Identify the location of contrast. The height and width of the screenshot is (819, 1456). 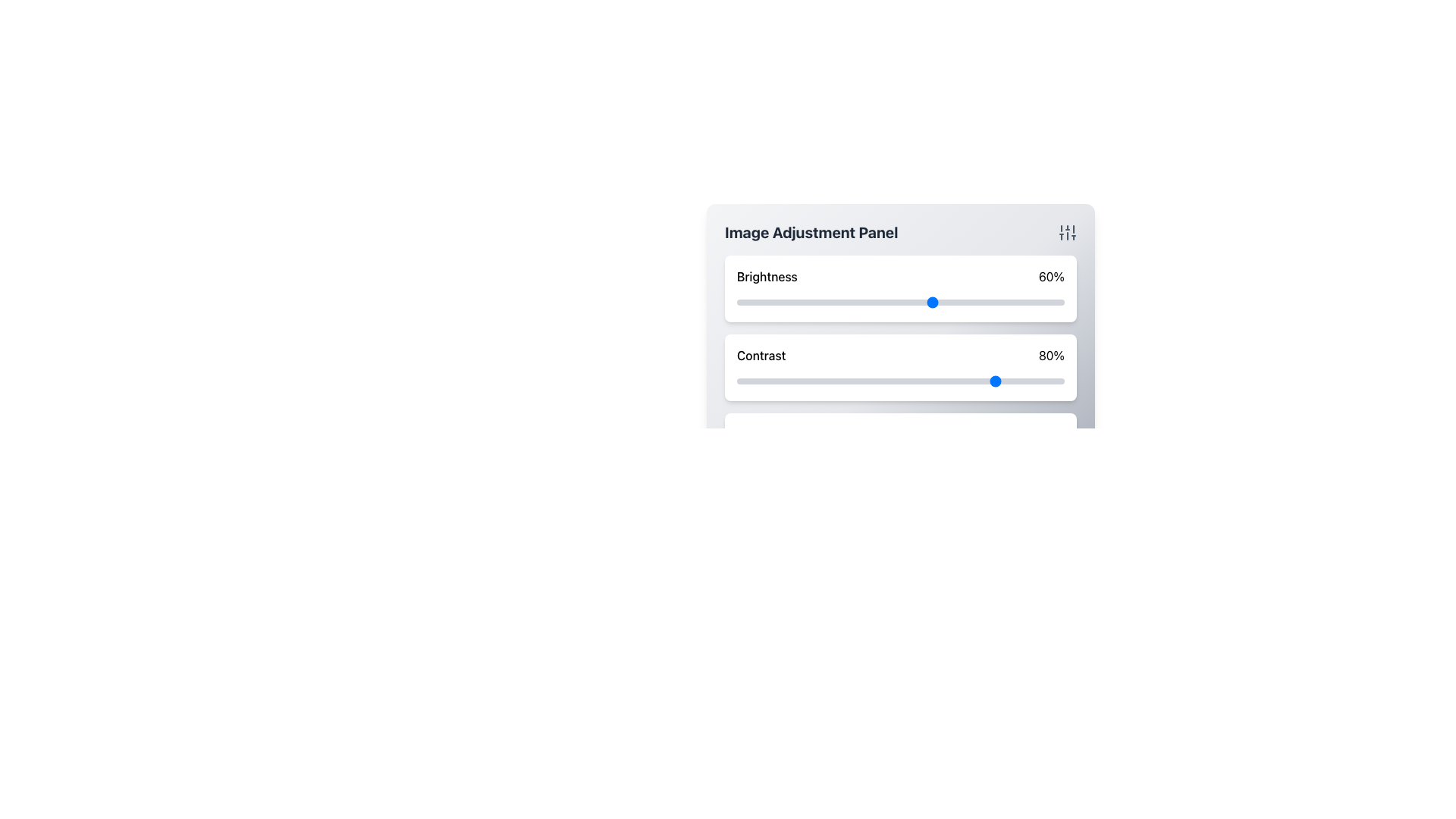
(824, 380).